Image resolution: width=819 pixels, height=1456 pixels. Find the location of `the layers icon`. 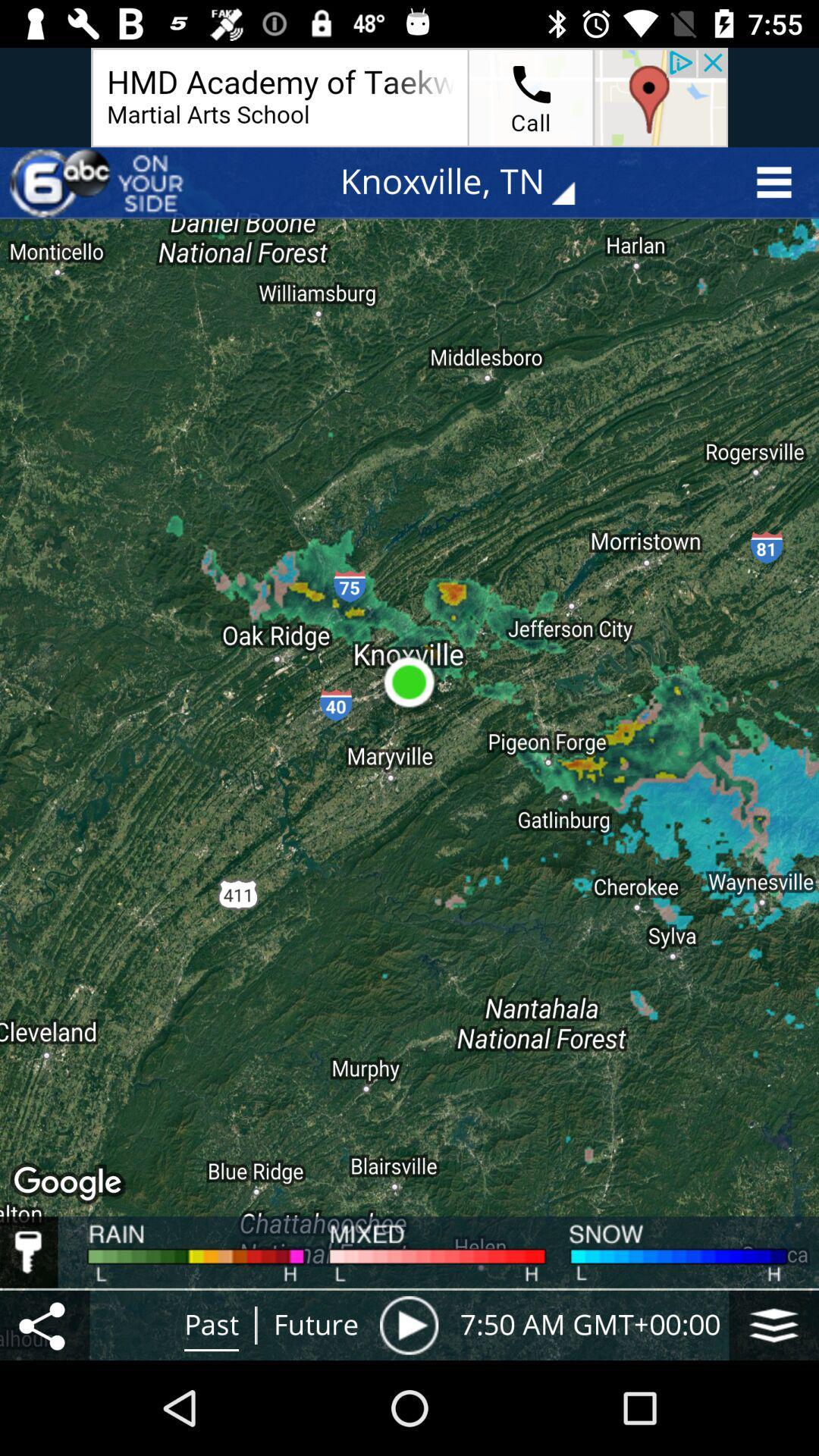

the layers icon is located at coordinates (773, 1324).